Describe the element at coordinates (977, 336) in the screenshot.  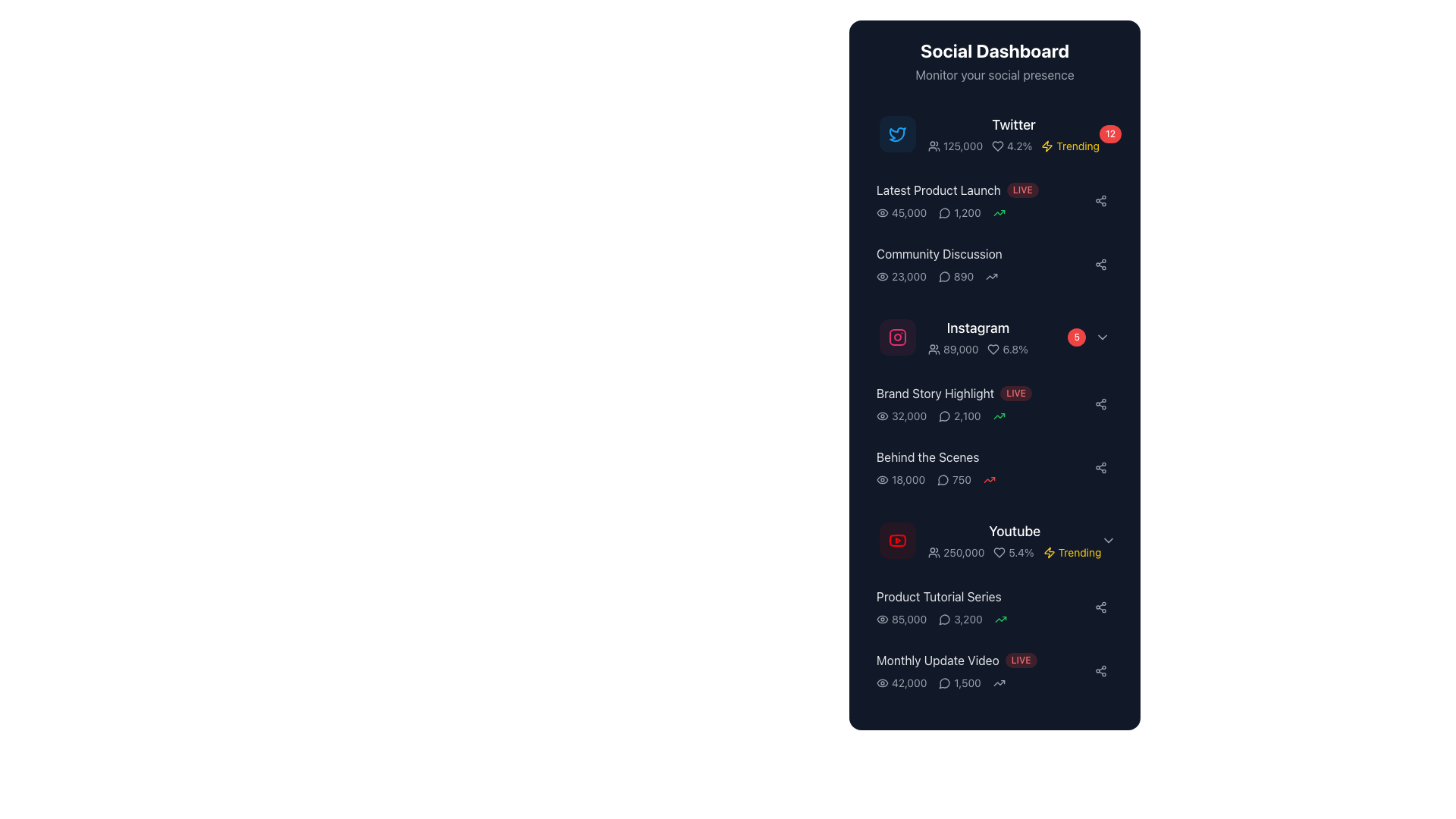
I see `the 'Instagram' text label with accompanying icons, which includes the text '89,000' and '6.8%', positioned below 'Community Discussion' and above 'Brand Story Highlight'` at that location.